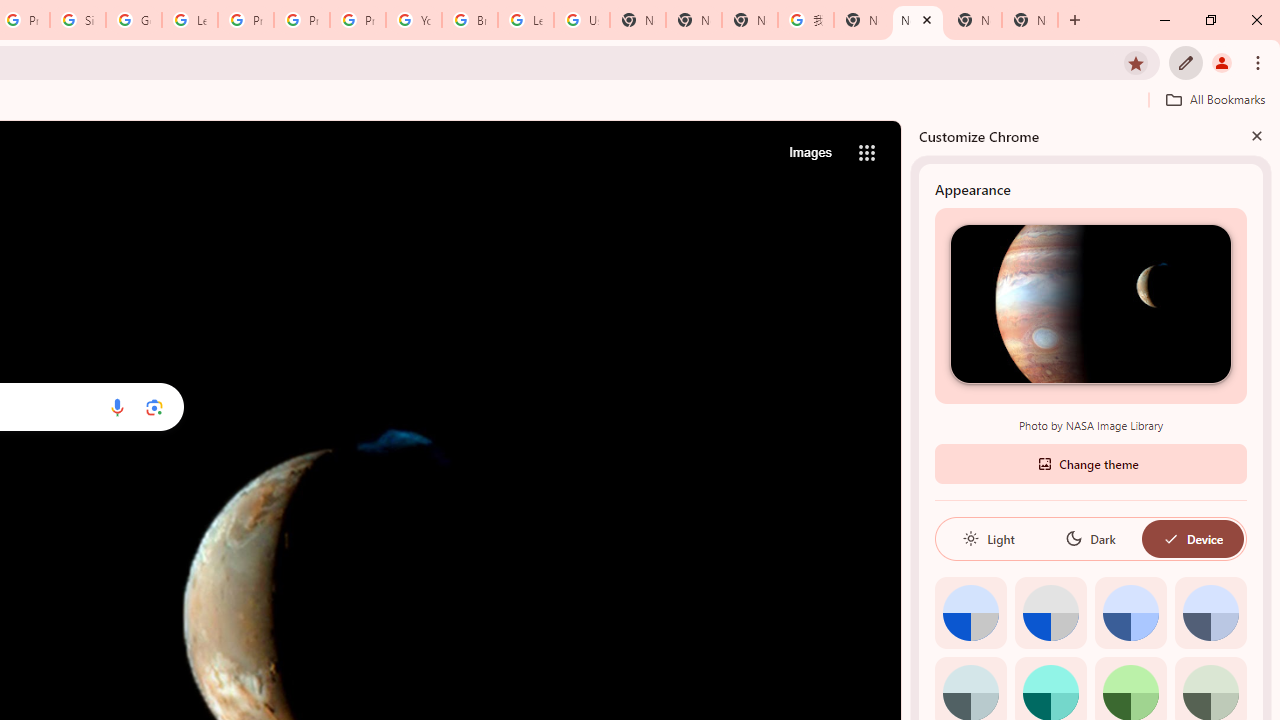 This screenshot has height=720, width=1280. I want to click on 'Change theme', so click(1089, 463).